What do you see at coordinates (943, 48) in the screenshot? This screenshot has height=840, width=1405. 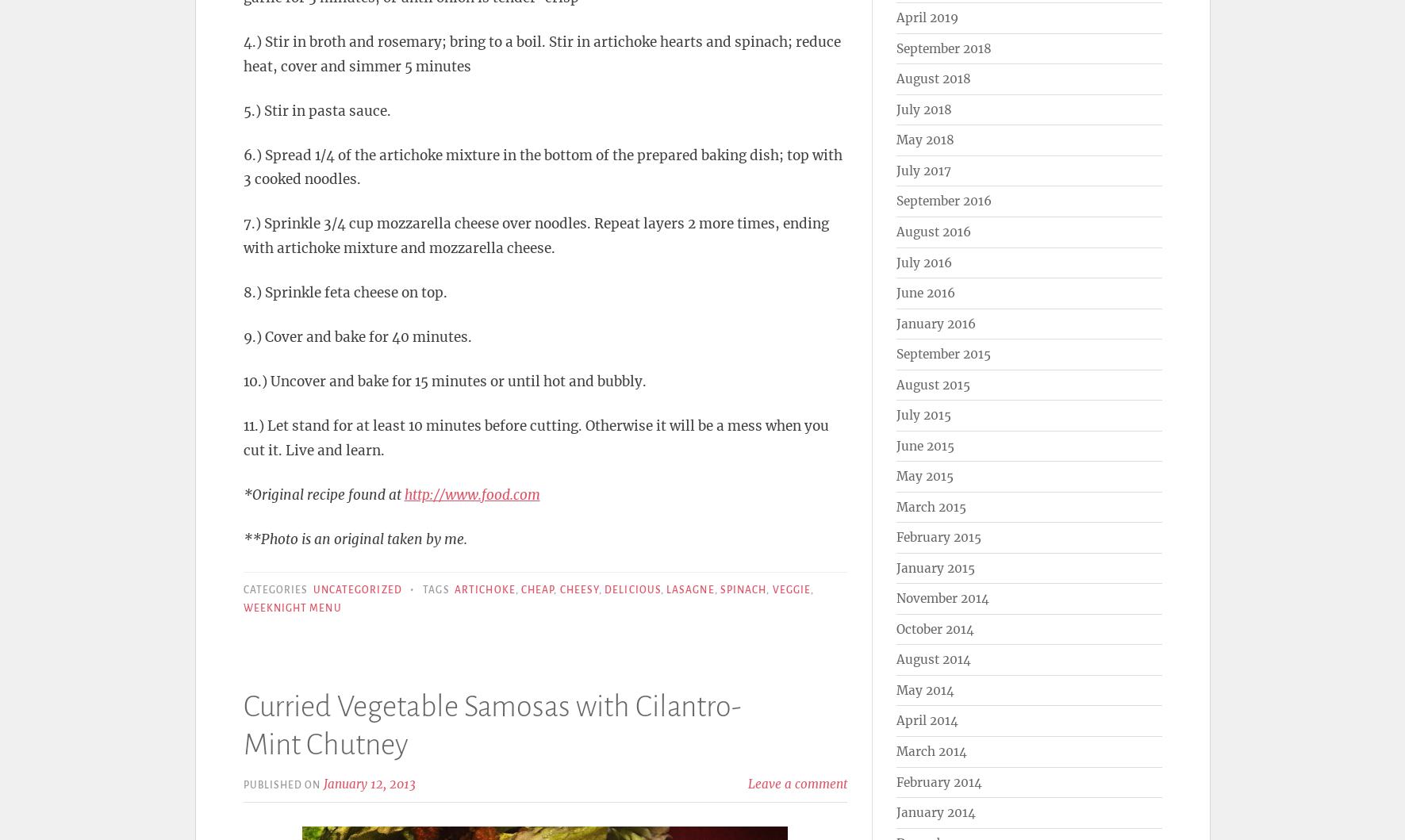 I see `'September 2018'` at bounding box center [943, 48].